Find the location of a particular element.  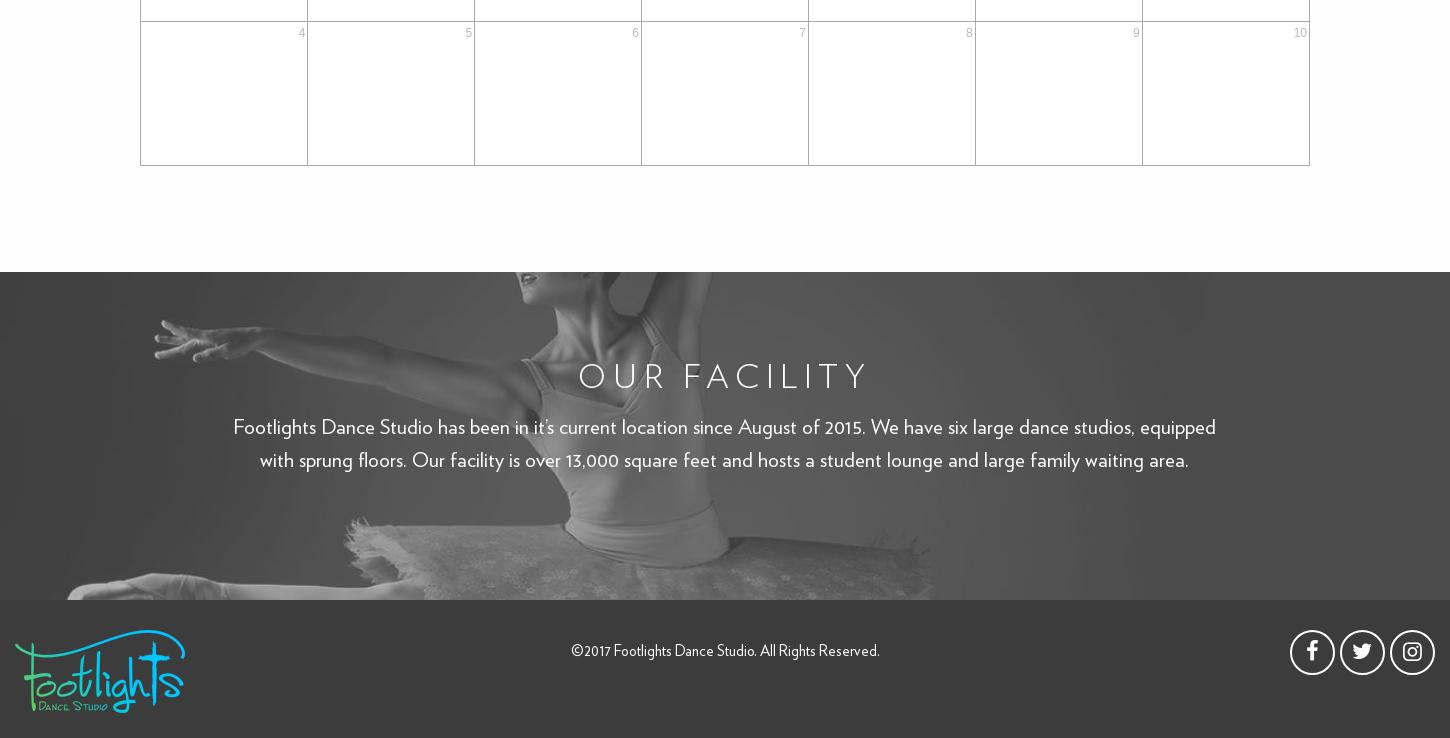

'Footlights Dance Studio has been in it’s current location since August of 2015. We have six large dance studios, equipped with sprung floors. Our facility is over 13,000 square feet and hosts a student lounge and large family waiting area.' is located at coordinates (723, 442).